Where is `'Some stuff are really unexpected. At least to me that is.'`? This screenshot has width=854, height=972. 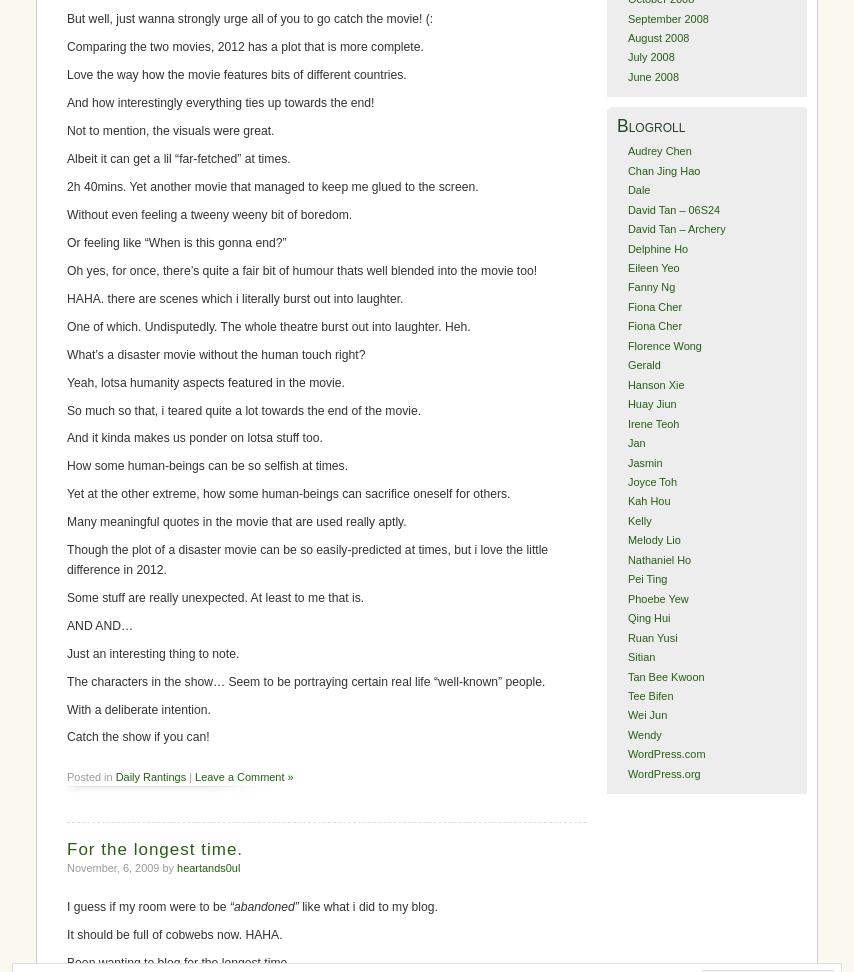 'Some stuff are really unexpected. At least to me that is.' is located at coordinates (215, 596).